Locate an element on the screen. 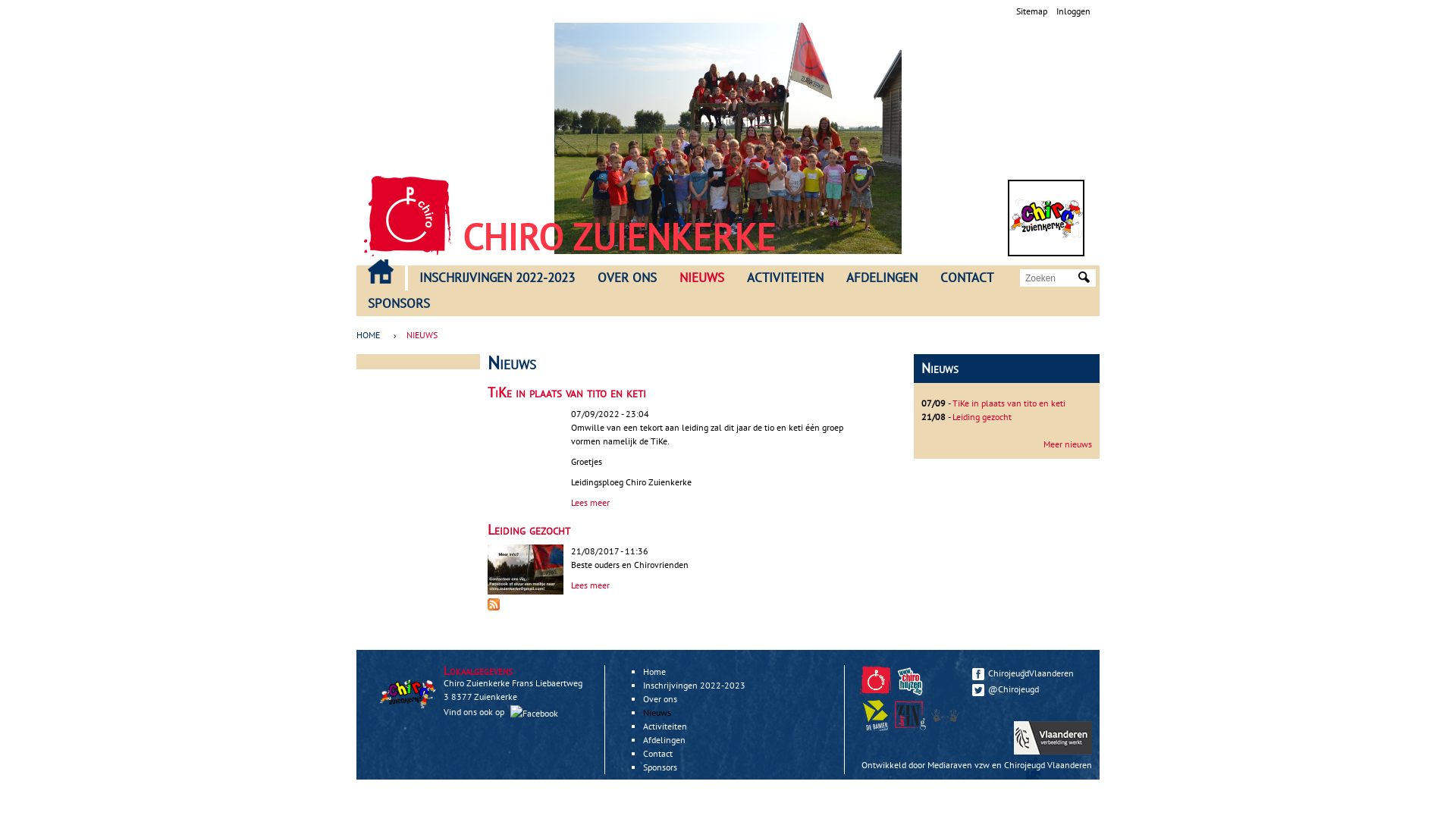  'Meer nieuws' is located at coordinates (1066, 444).